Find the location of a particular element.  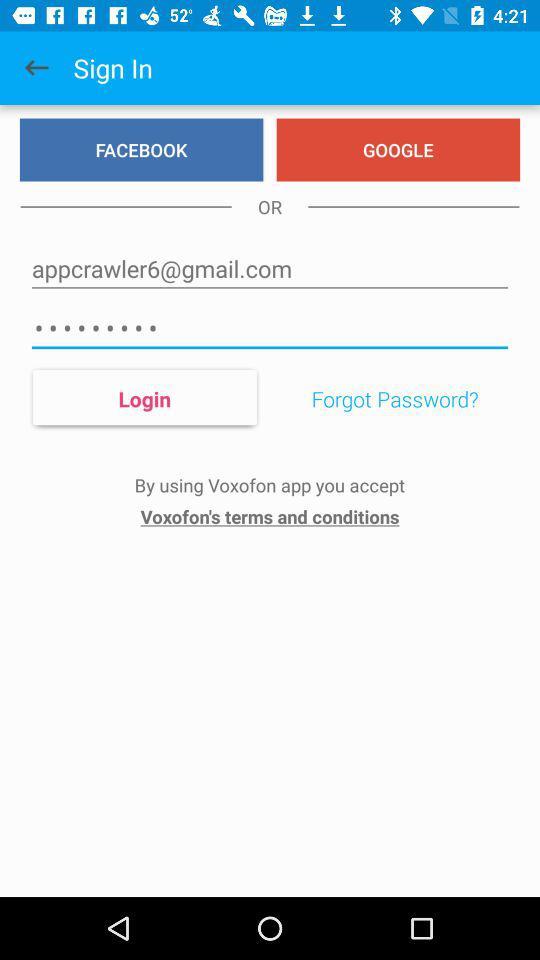

the appcrawler6@gmail.com icon is located at coordinates (270, 268).